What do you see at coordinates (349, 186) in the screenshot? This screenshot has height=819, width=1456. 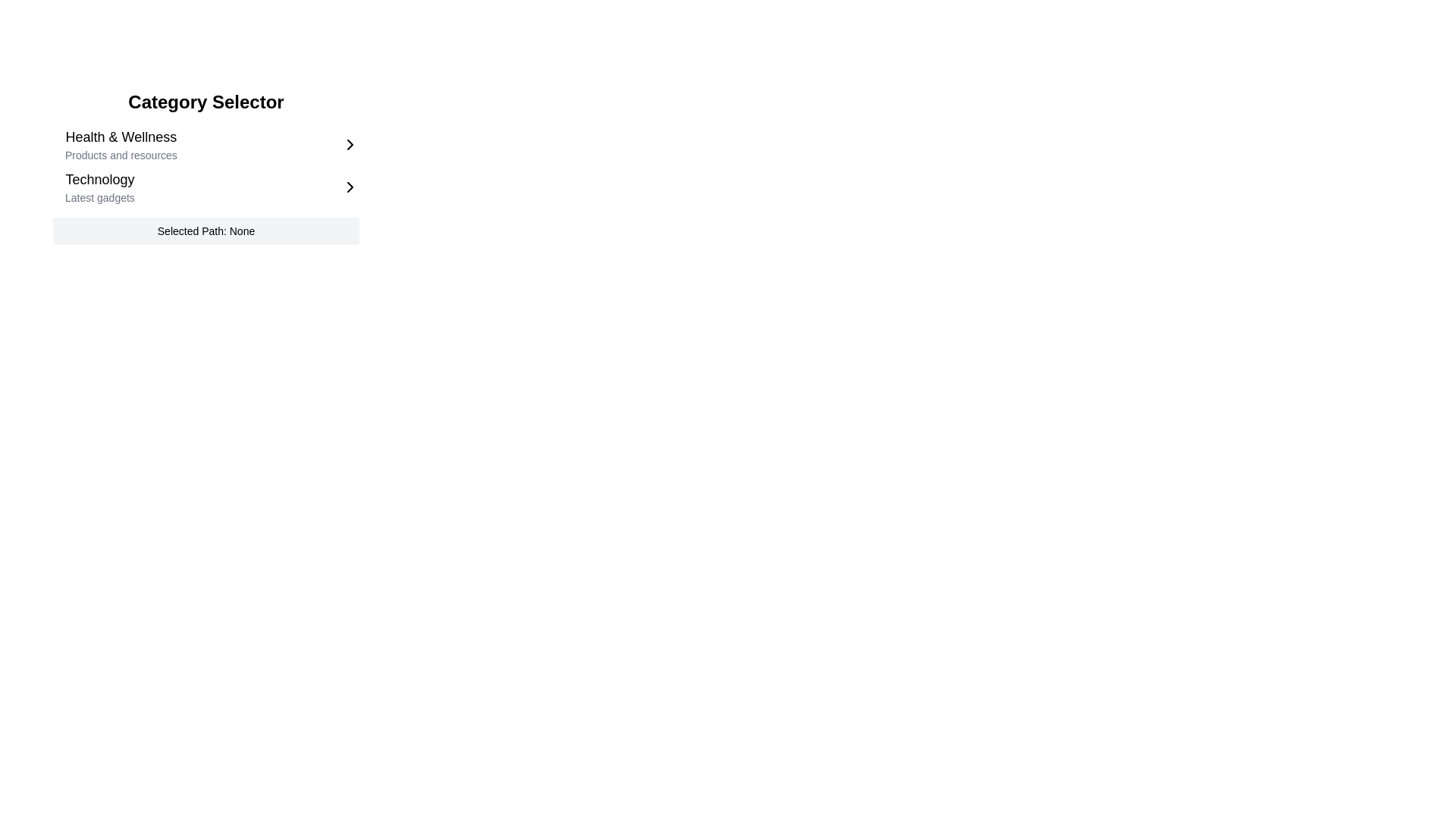 I see `the Technology category indicator icon, which is located at the far right end of the 'Technology' list item, adjacent to the text 'Technology' and 'Latest gadgets'` at bounding box center [349, 186].